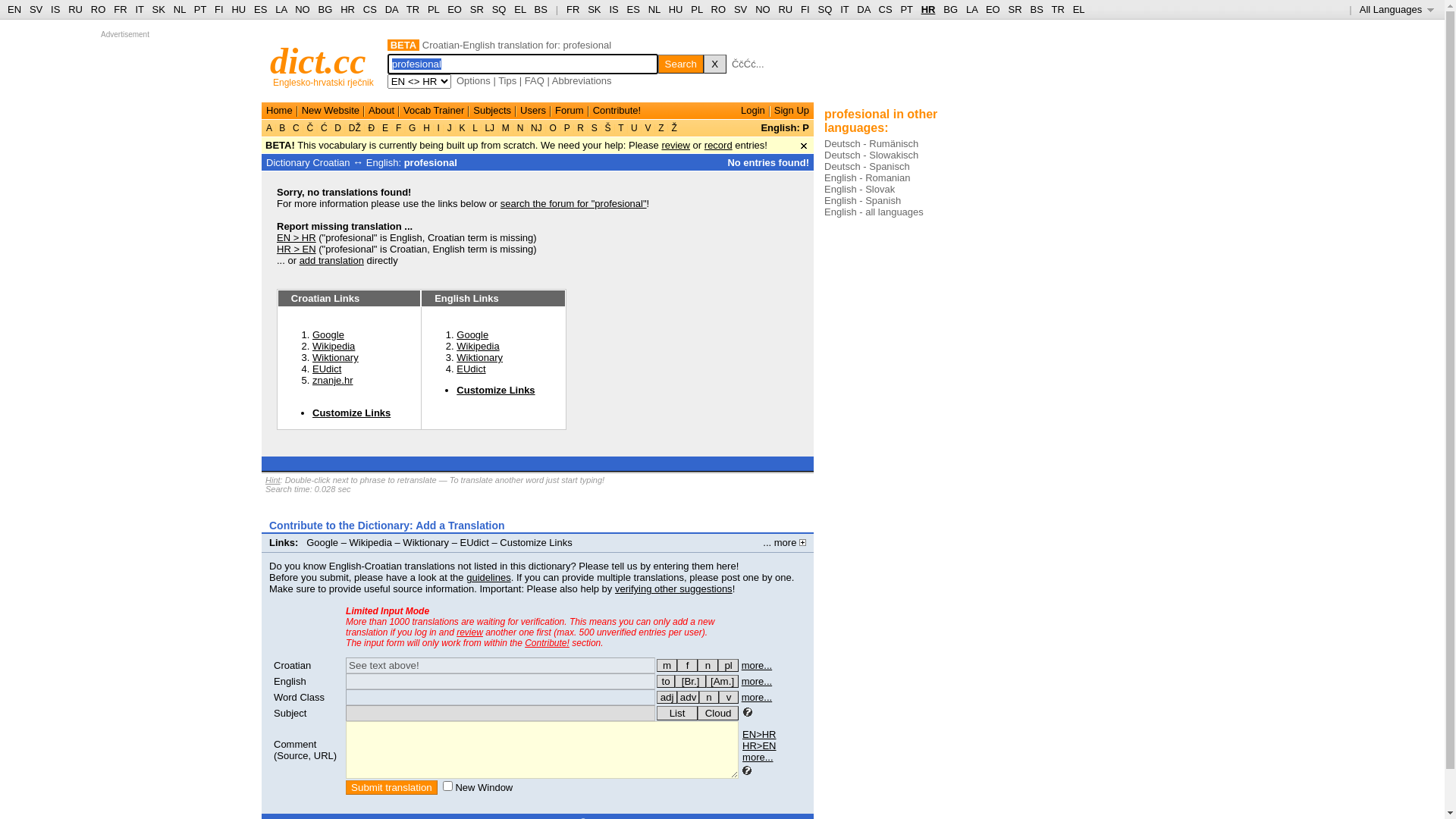  What do you see at coordinates (331, 259) in the screenshot?
I see `'add translation'` at bounding box center [331, 259].